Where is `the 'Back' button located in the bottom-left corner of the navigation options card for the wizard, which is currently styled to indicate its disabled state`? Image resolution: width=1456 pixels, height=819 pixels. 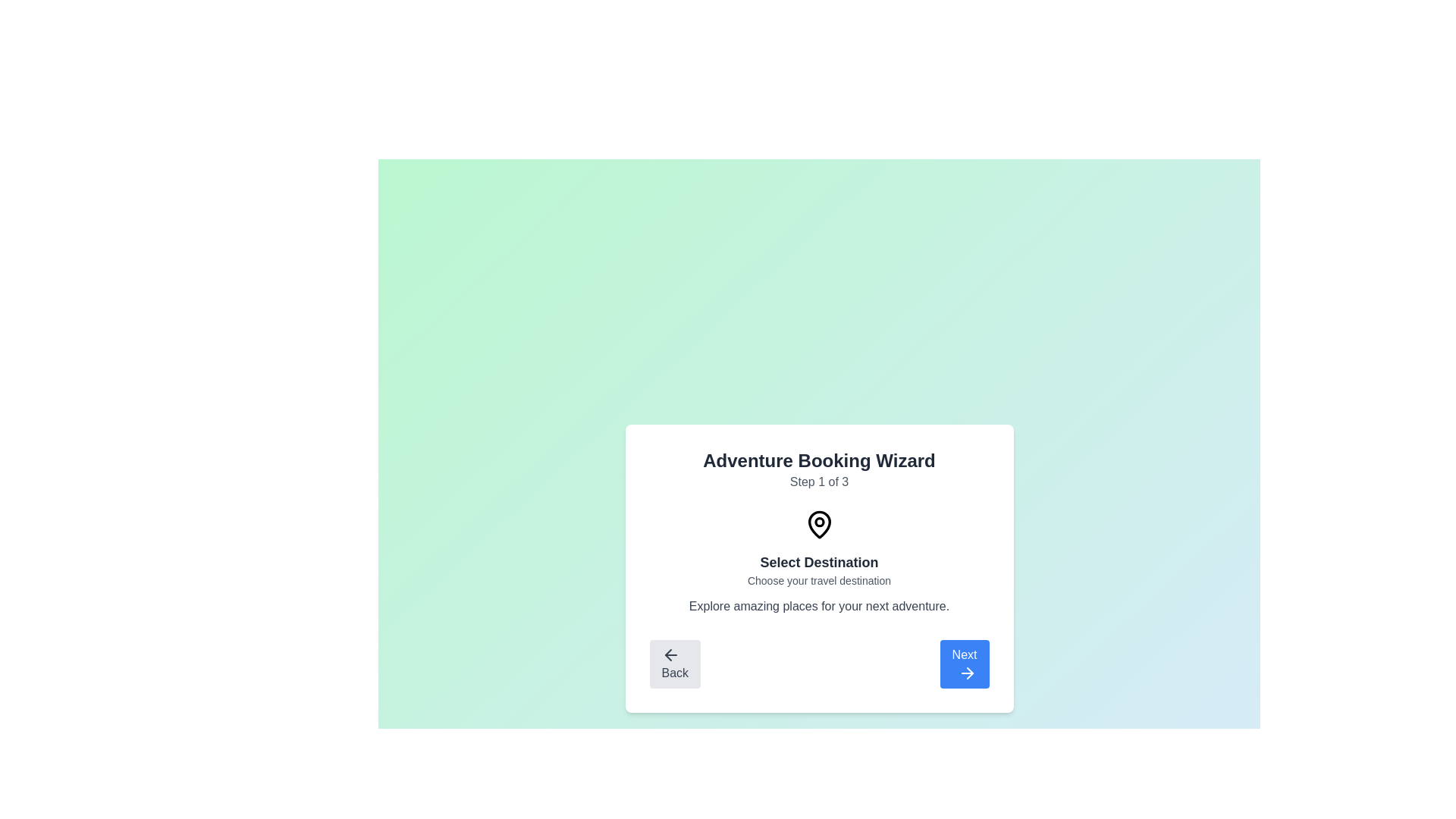
the 'Back' button located in the bottom-left corner of the navigation options card for the wizard, which is currently styled to indicate its disabled state is located at coordinates (674, 663).